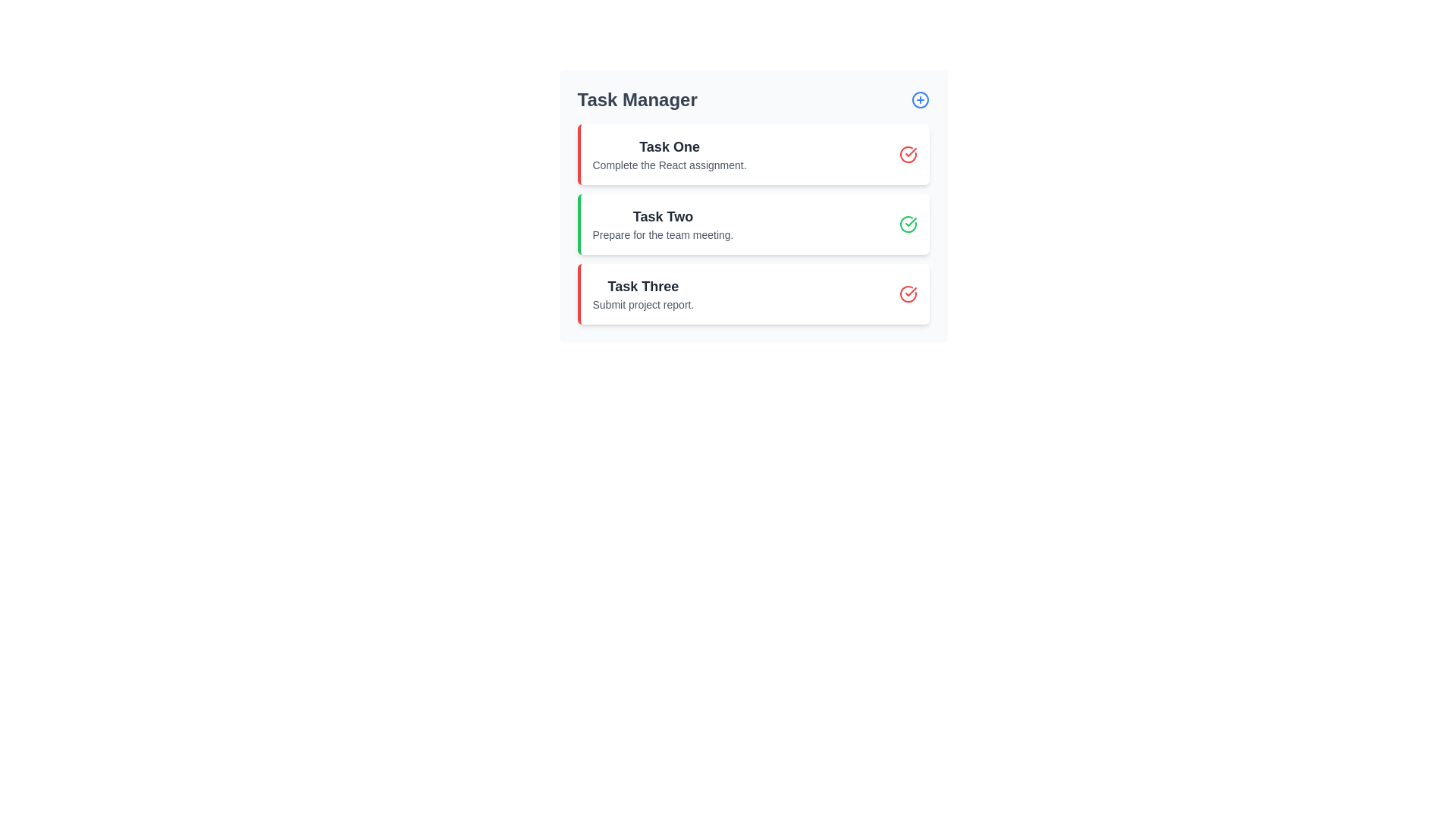 This screenshot has width=1456, height=819. Describe the element at coordinates (663, 234) in the screenshot. I see `the text label below 'Task Two'` at that location.